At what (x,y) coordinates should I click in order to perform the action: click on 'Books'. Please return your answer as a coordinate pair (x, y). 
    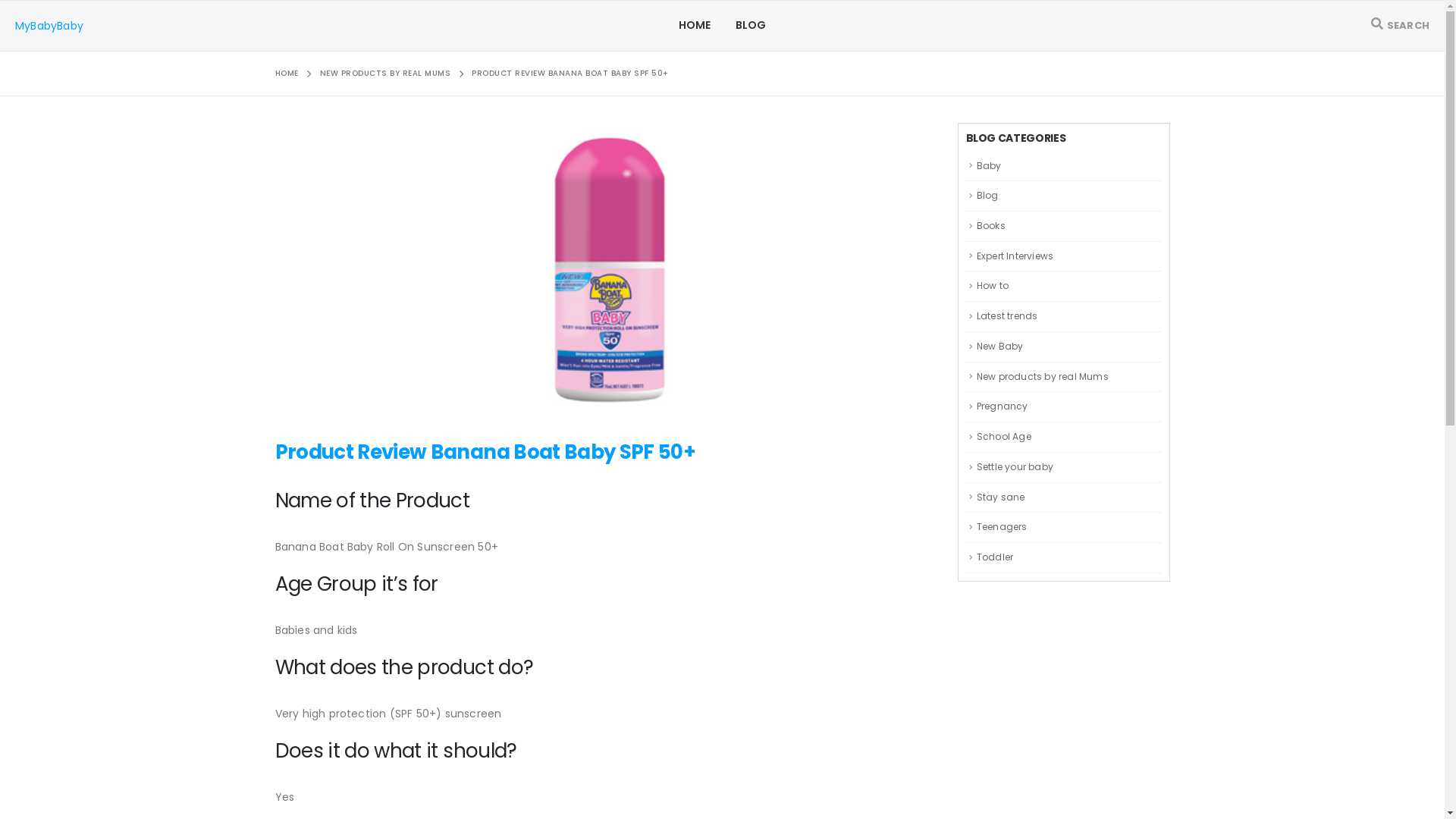
    Looking at the image, I should click on (976, 225).